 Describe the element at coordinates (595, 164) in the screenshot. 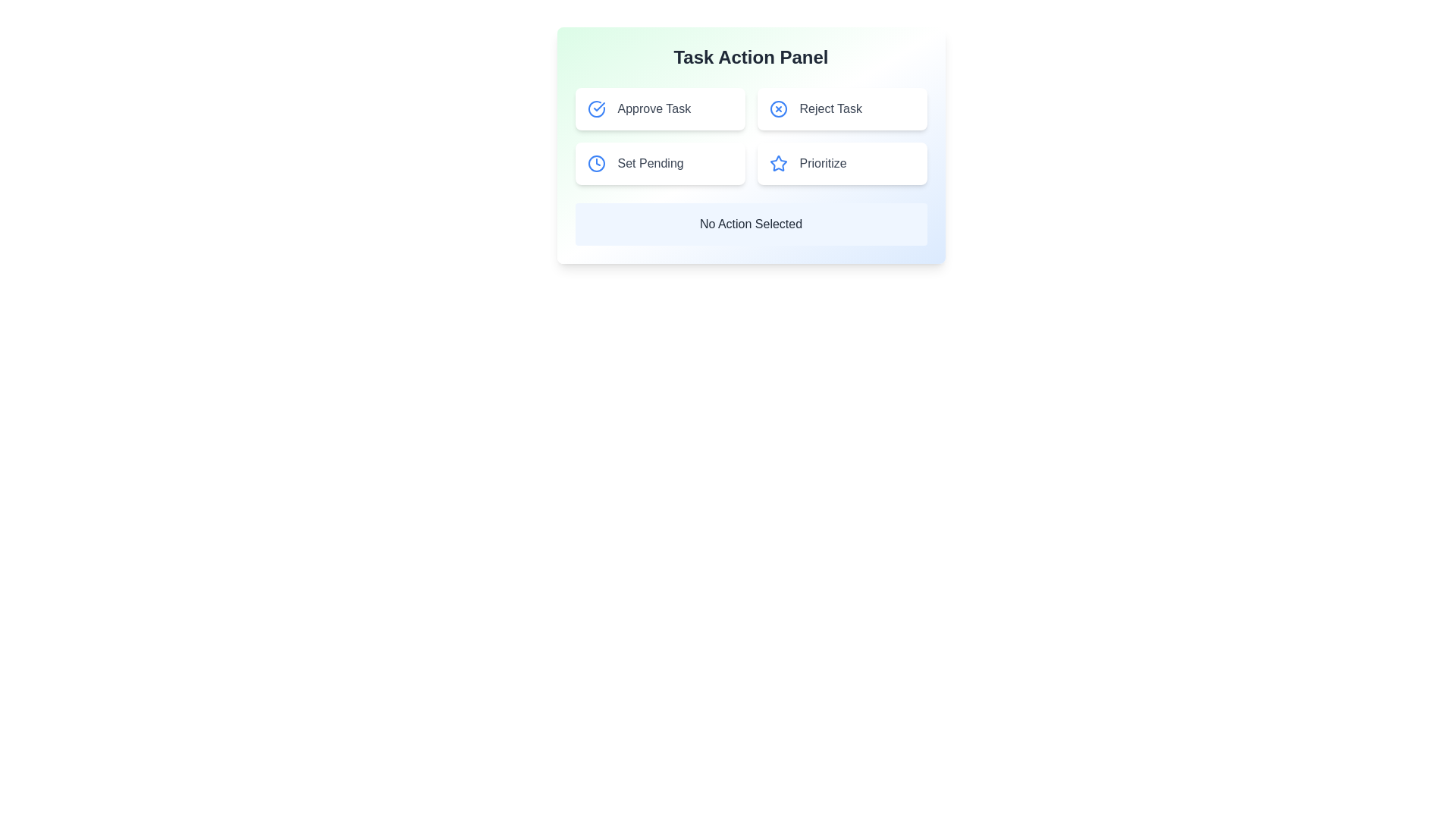

I see `the icon representing 'Pending' status located within the 'Set Pending' button in the second row of buttons` at that location.